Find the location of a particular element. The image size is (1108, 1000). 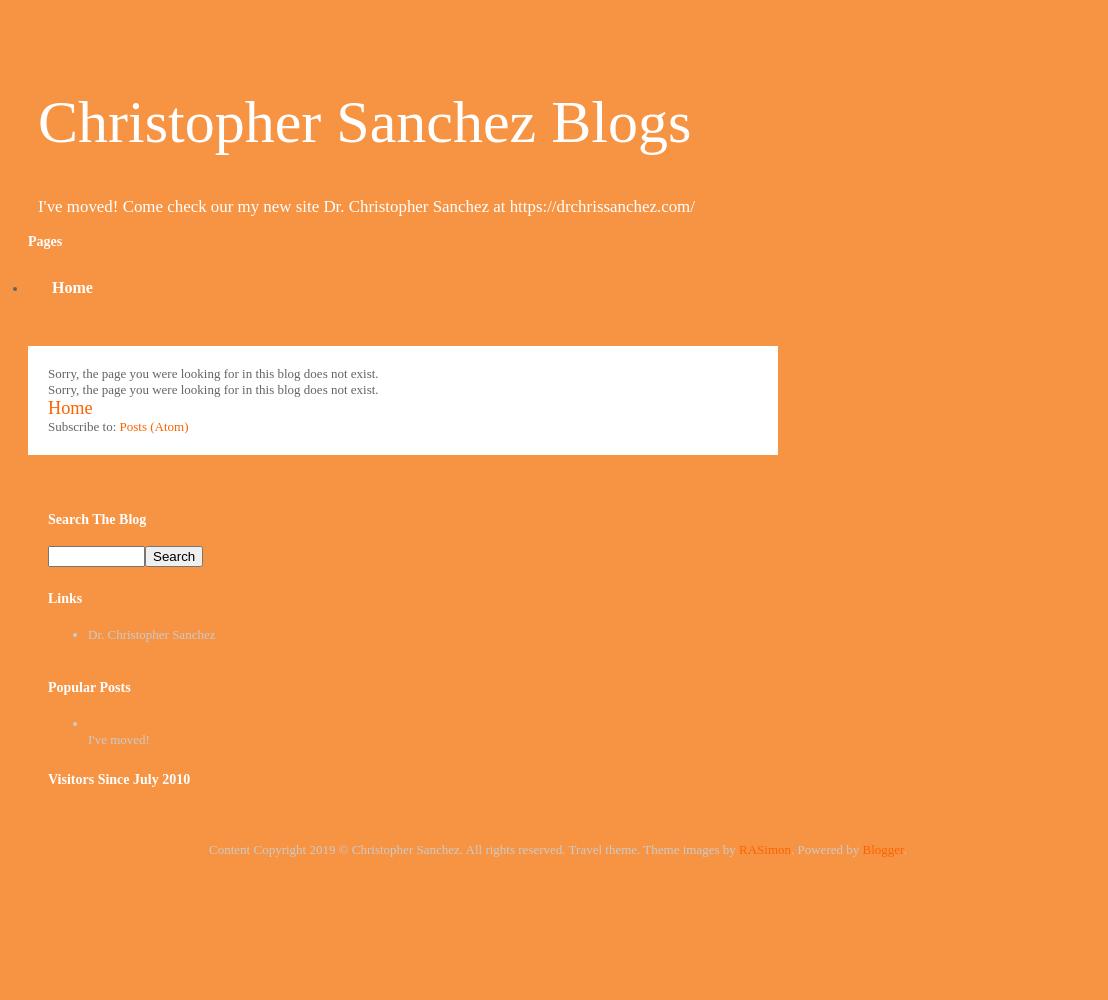

'Search The Blog' is located at coordinates (96, 518).